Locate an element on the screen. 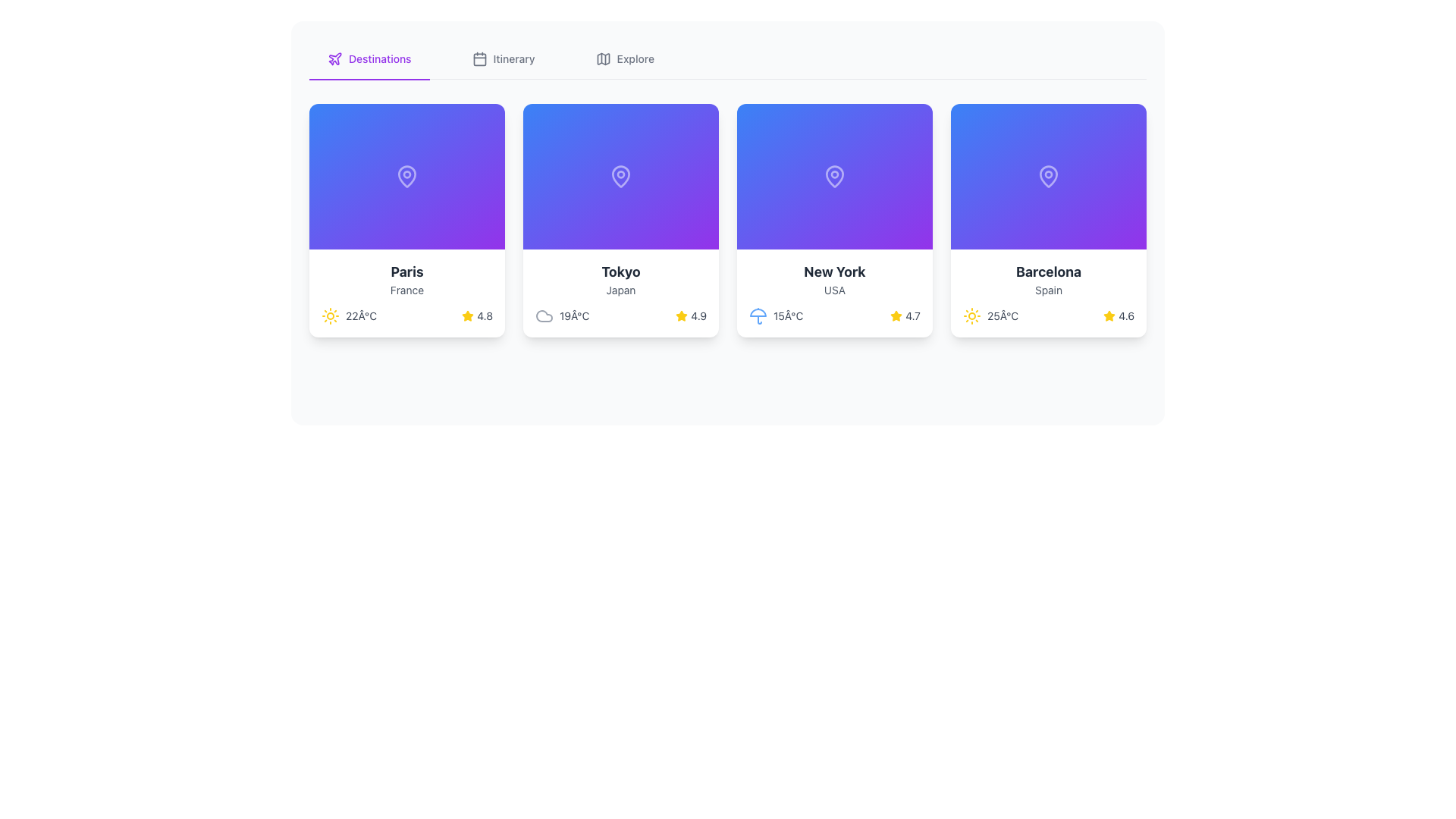  the text label displaying the rating '4.6', which is positioned in the card for 'Barcelona, Spain' near a yellow star icon is located at coordinates (1126, 315).